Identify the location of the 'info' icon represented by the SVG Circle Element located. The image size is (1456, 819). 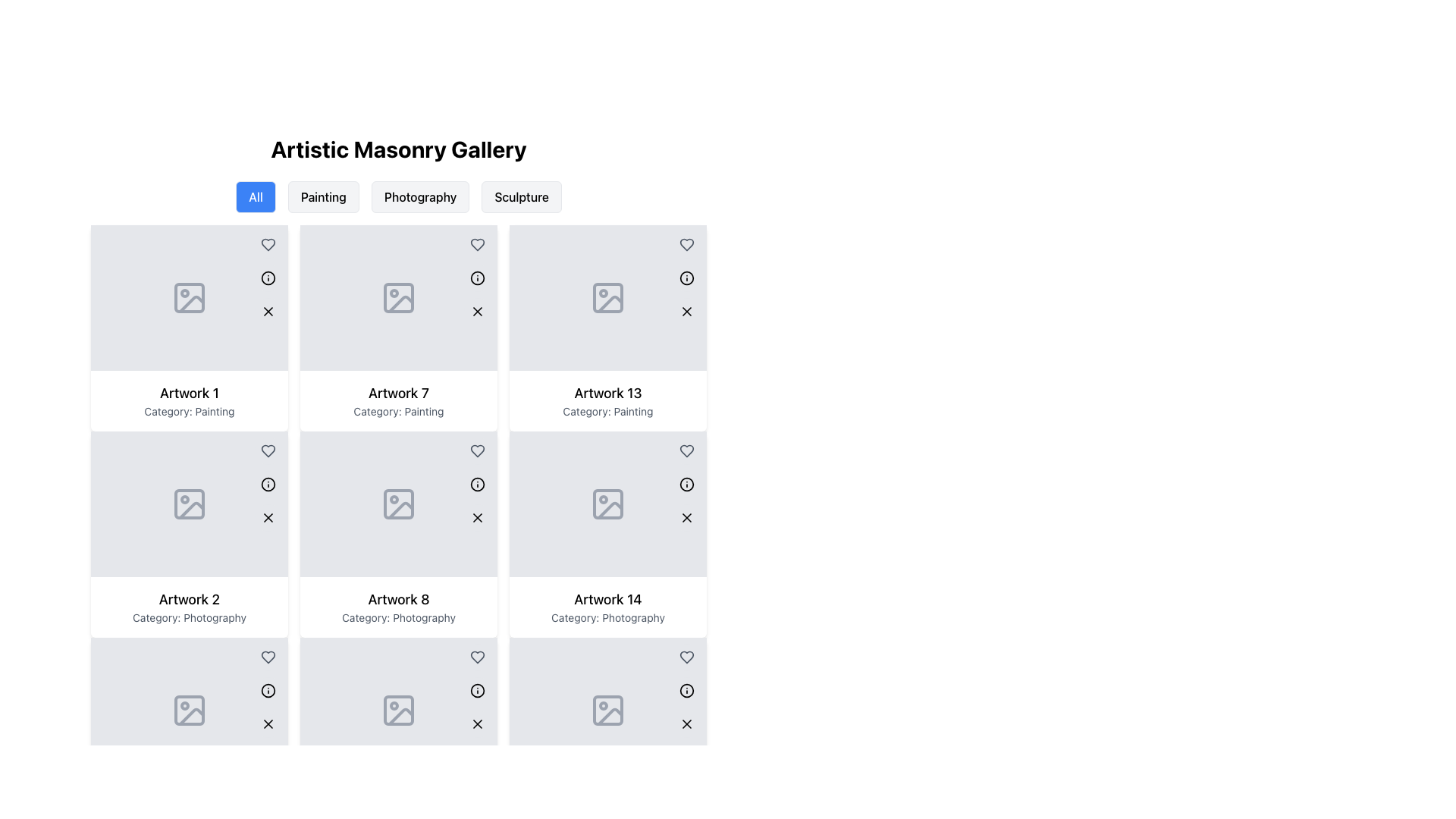
(686, 690).